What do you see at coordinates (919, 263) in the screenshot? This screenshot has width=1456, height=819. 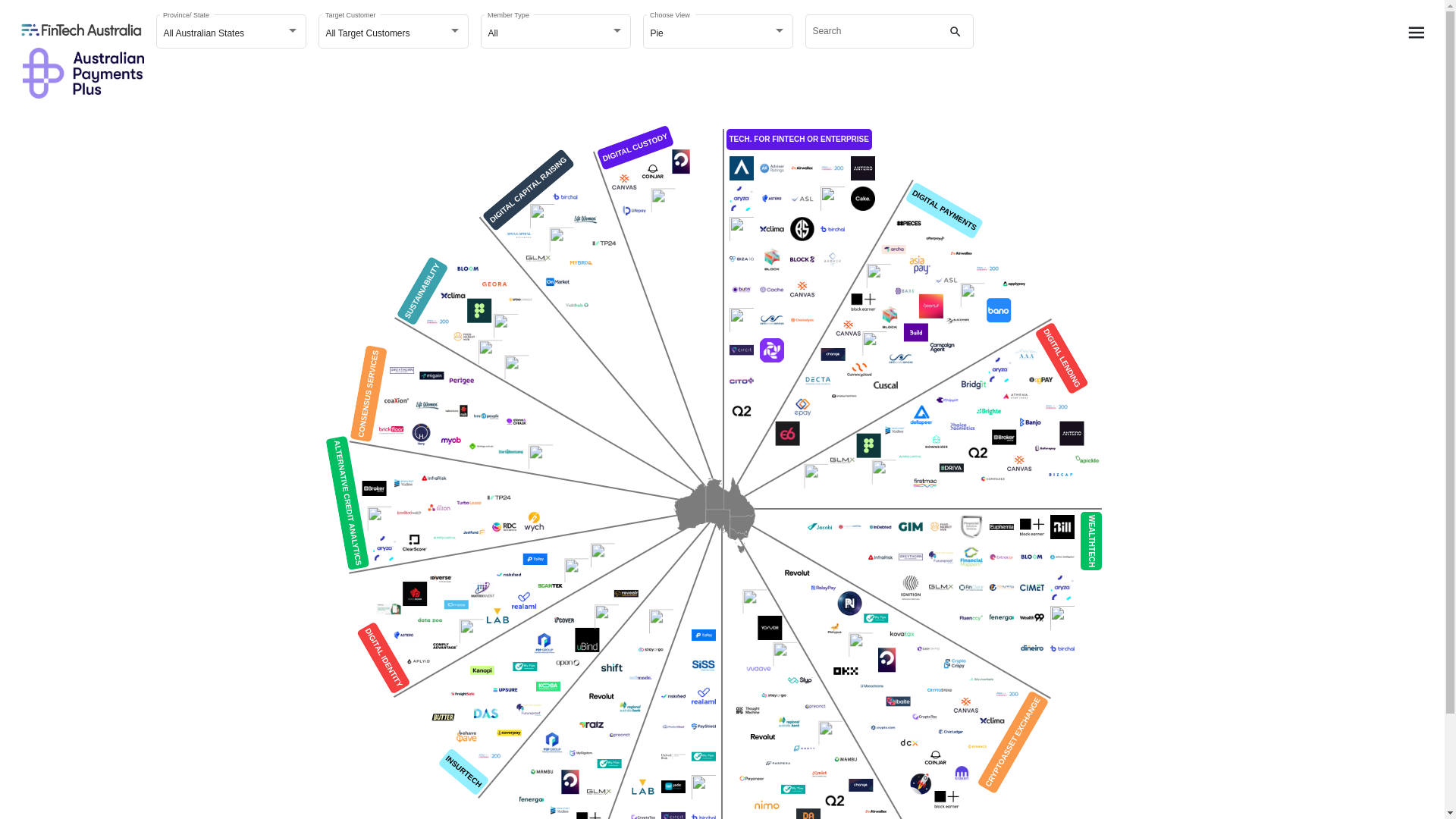 I see `'AsiaPay Australia'` at bounding box center [919, 263].